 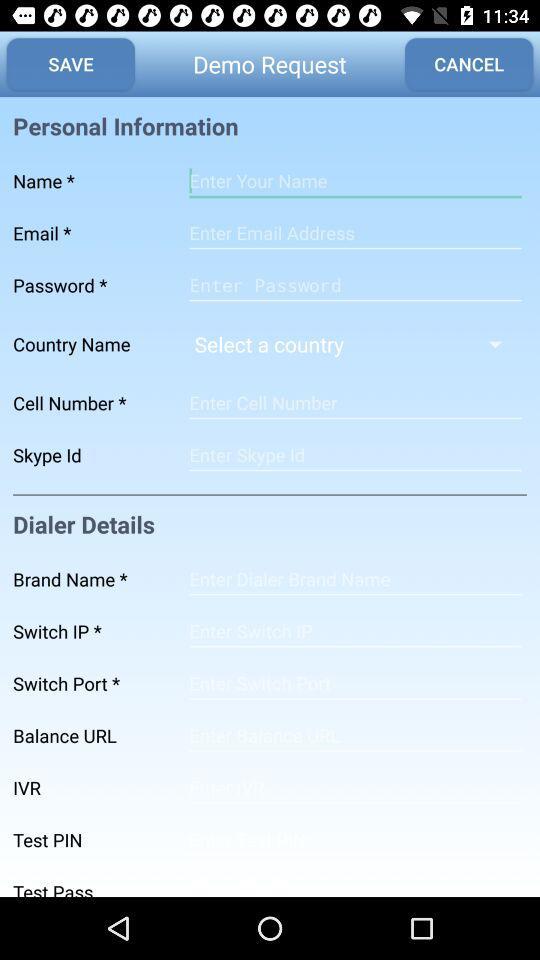 What do you see at coordinates (354, 402) in the screenshot?
I see `text input option` at bounding box center [354, 402].